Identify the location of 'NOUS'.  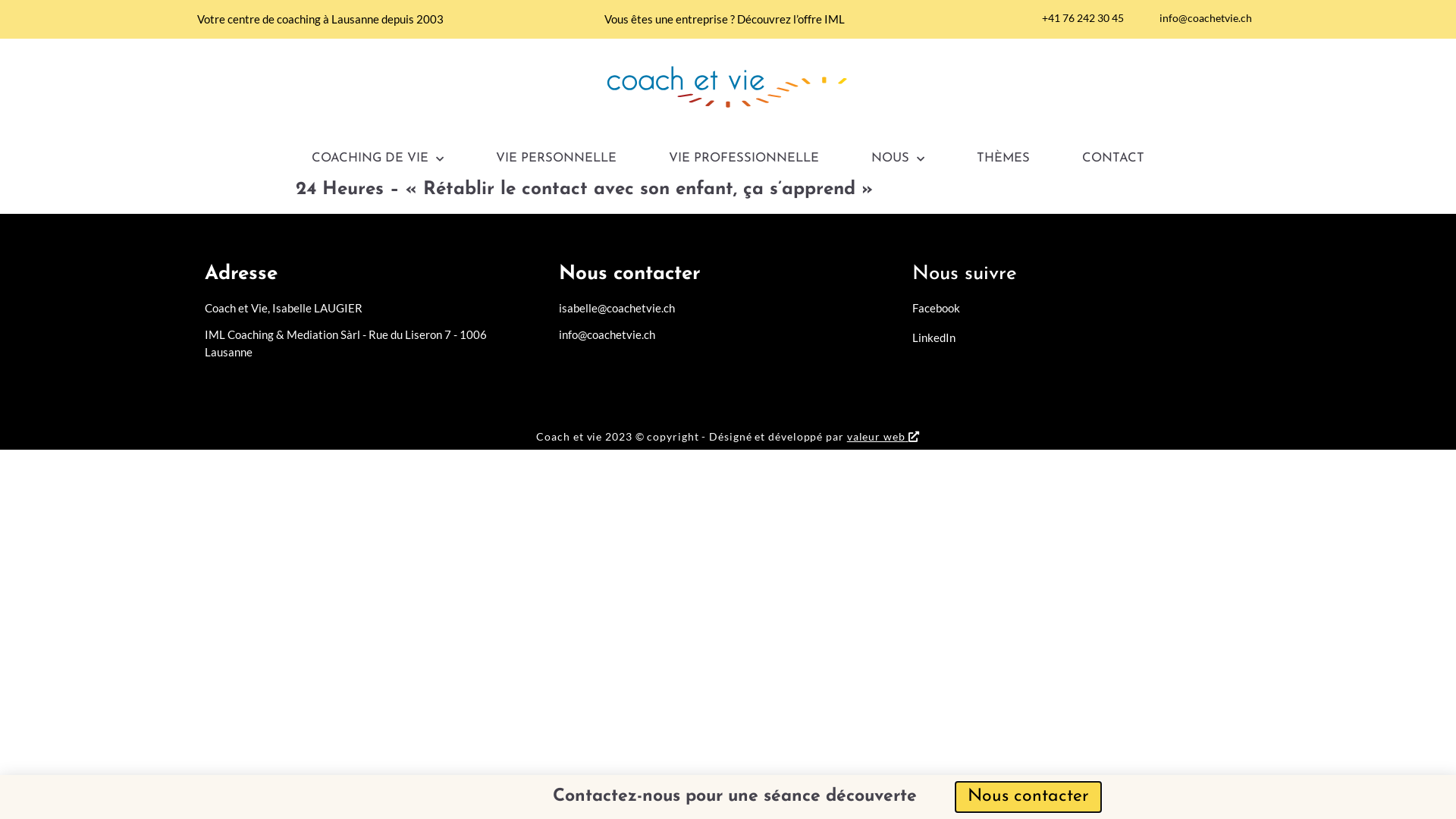
(898, 158).